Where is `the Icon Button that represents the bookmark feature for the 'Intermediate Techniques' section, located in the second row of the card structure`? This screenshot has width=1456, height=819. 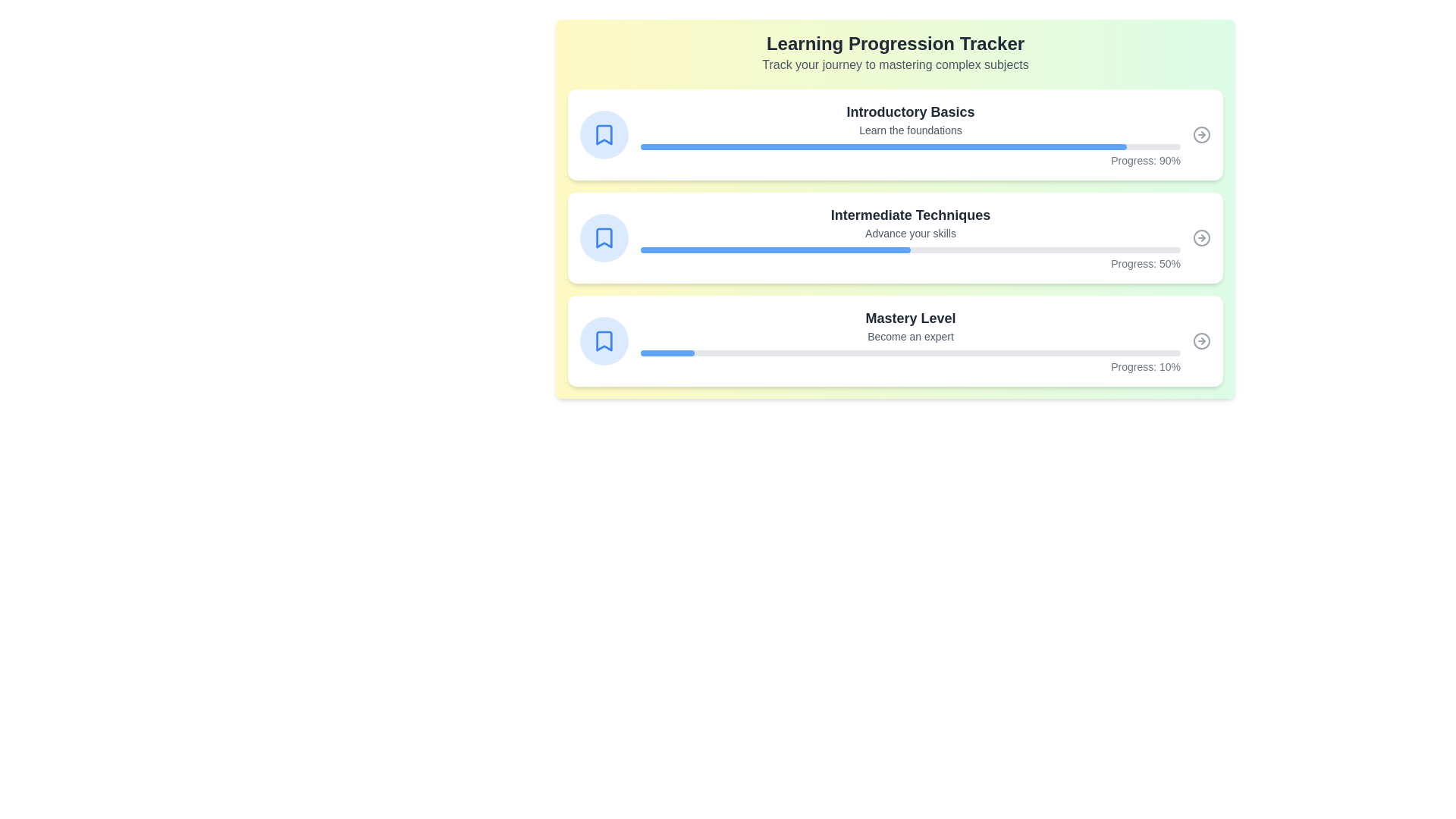
the Icon Button that represents the bookmark feature for the 'Intermediate Techniques' section, located in the second row of the card structure is located at coordinates (603, 237).